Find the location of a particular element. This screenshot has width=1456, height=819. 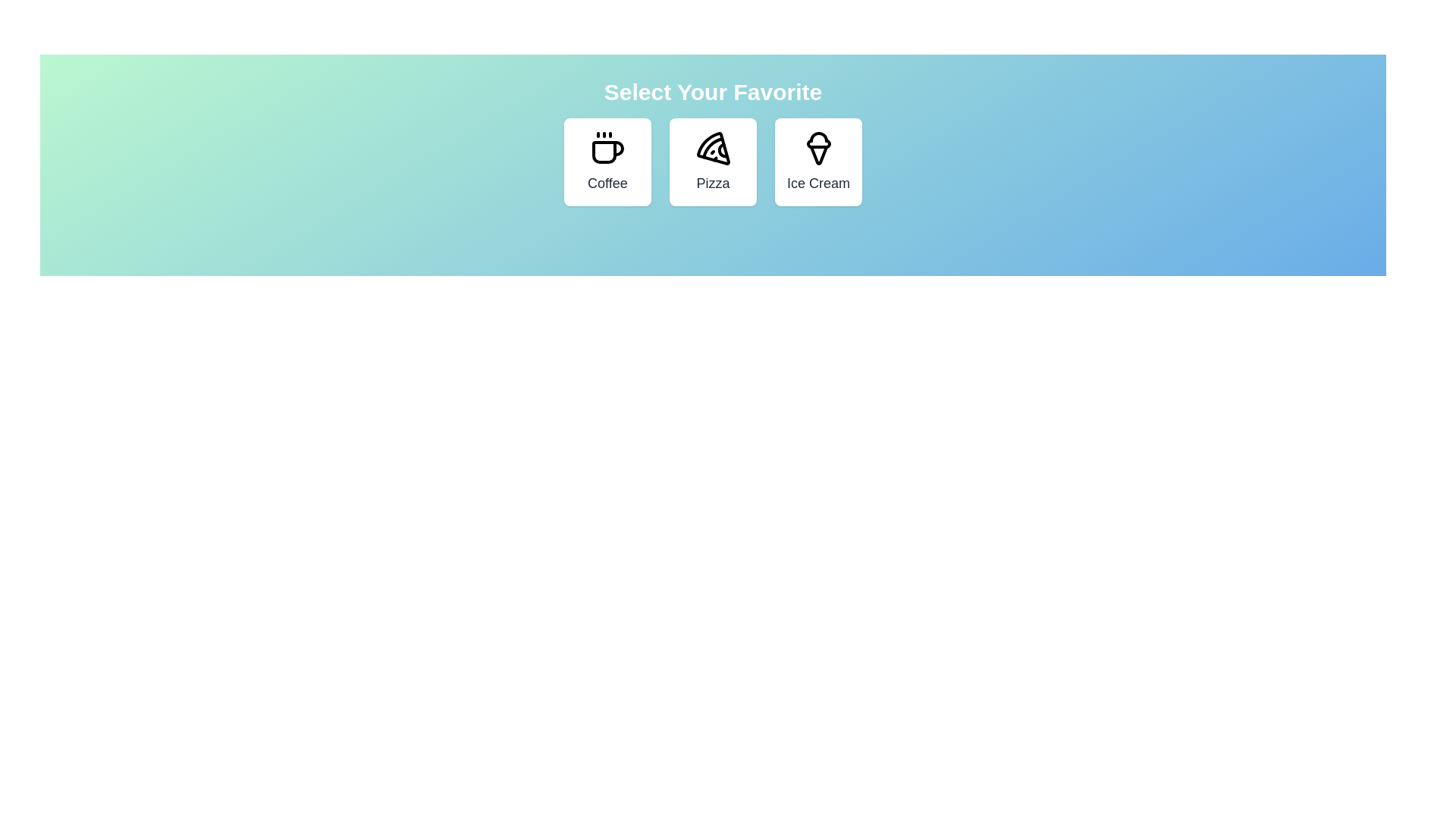

the Text label that describes the 'Pizza' option, located in the middle section of the interface, between 'Coffee' and 'Ice Cream', below the pizza icon is located at coordinates (712, 183).